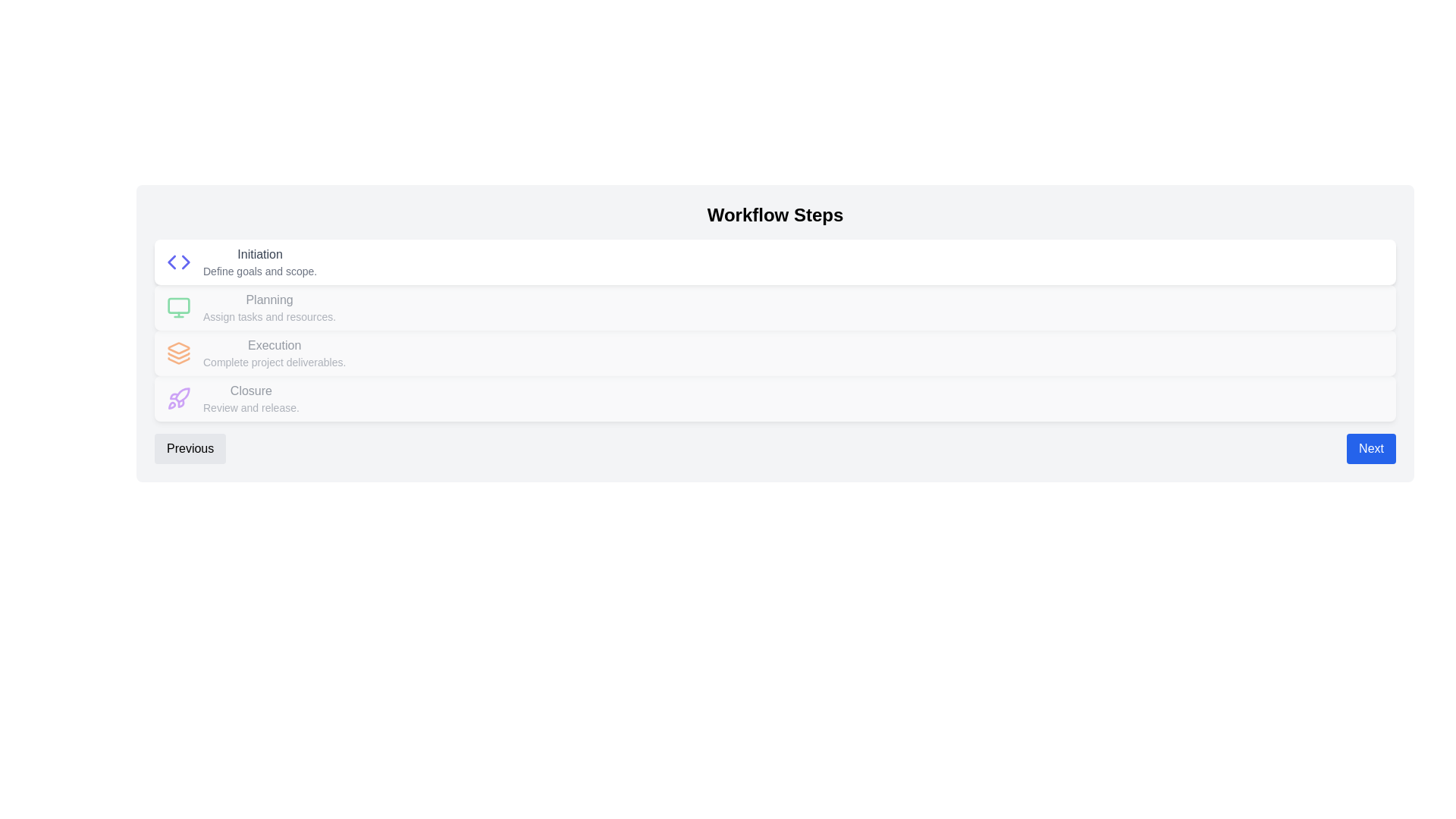 The height and width of the screenshot is (819, 1456). Describe the element at coordinates (775, 397) in the screenshot. I see `the 'Closure' phase informational pane` at that location.